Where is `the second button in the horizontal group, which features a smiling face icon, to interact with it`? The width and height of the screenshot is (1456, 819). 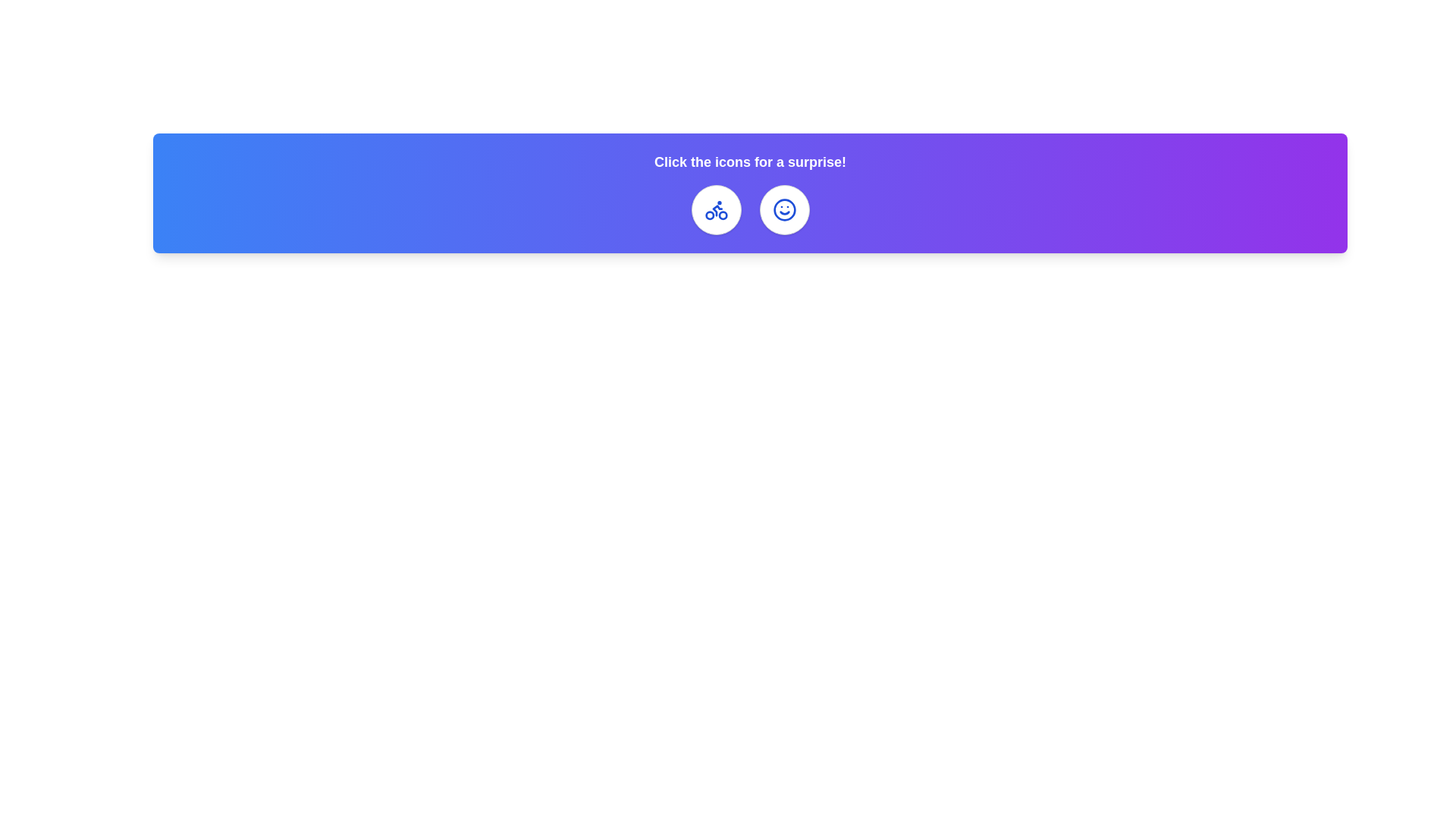
the second button in the horizontal group, which features a smiling face icon, to interact with it is located at coordinates (784, 210).